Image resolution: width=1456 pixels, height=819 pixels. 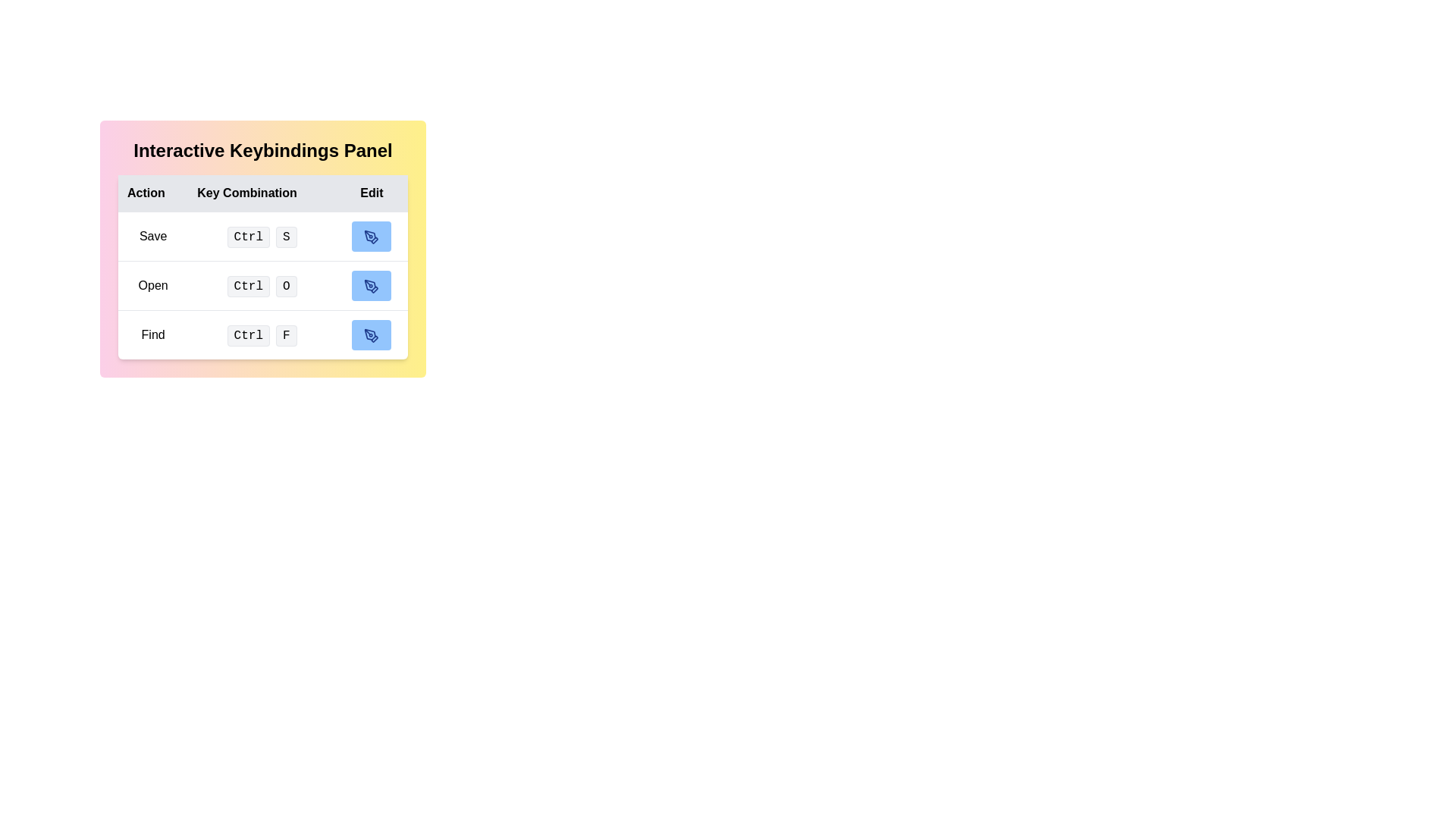 What do you see at coordinates (372, 286) in the screenshot?
I see `the blue rectangular button with rounded corners under the 'Edit' column corresponding to the 'Open' row` at bounding box center [372, 286].